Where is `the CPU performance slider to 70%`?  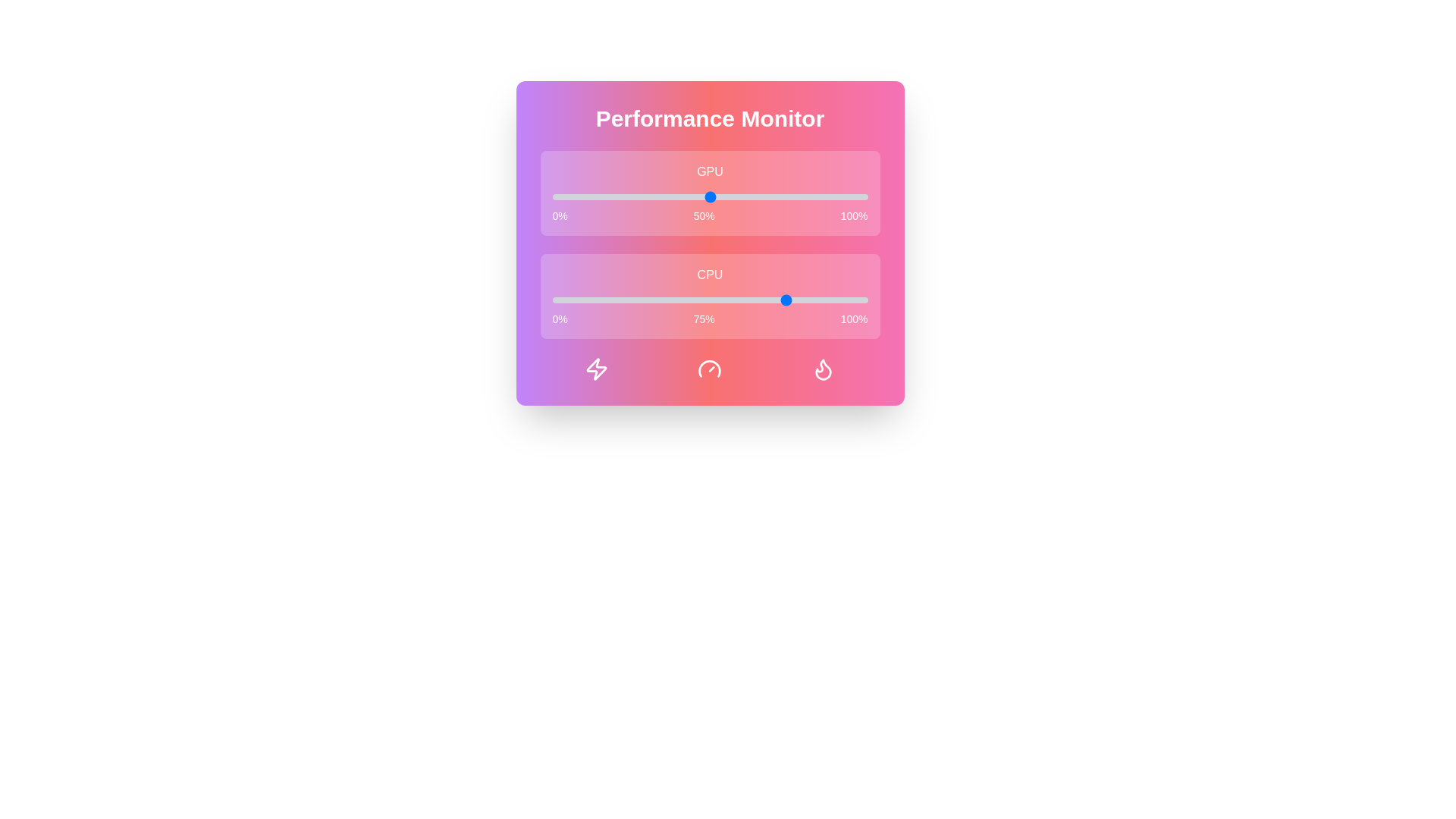
the CPU performance slider to 70% is located at coordinates (773, 300).